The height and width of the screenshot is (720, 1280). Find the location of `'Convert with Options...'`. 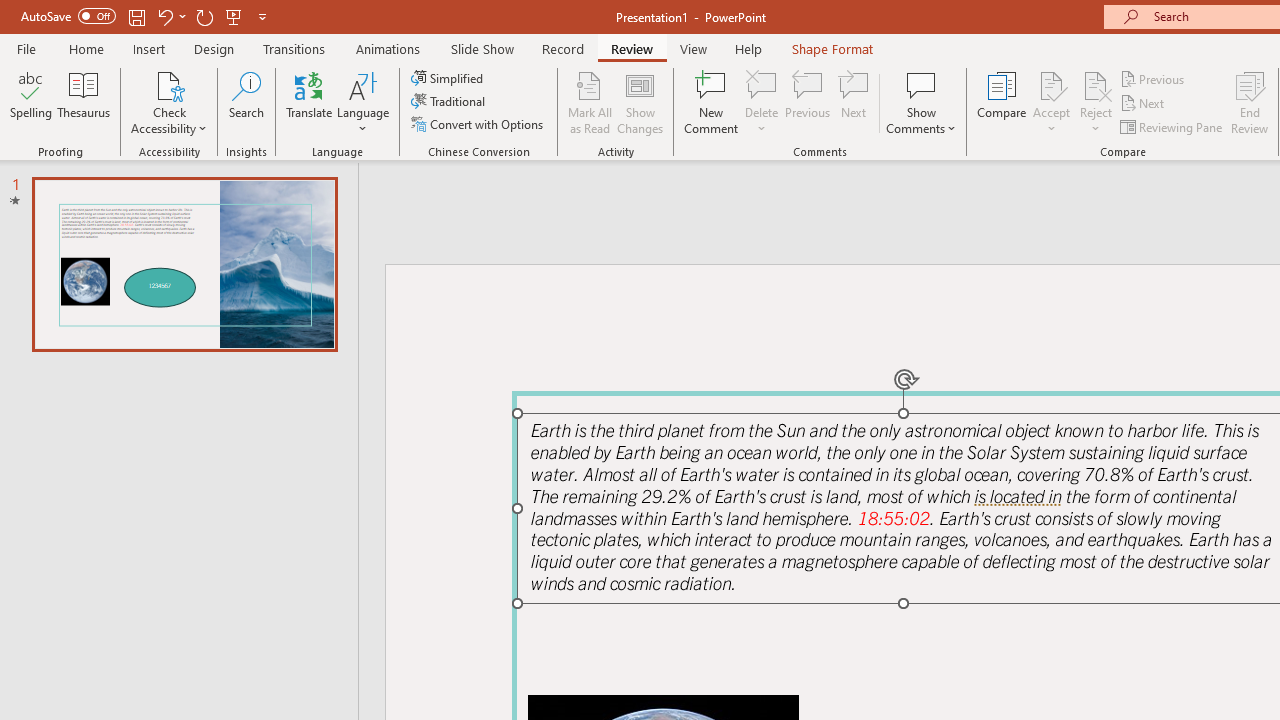

'Convert with Options...' is located at coordinates (478, 124).